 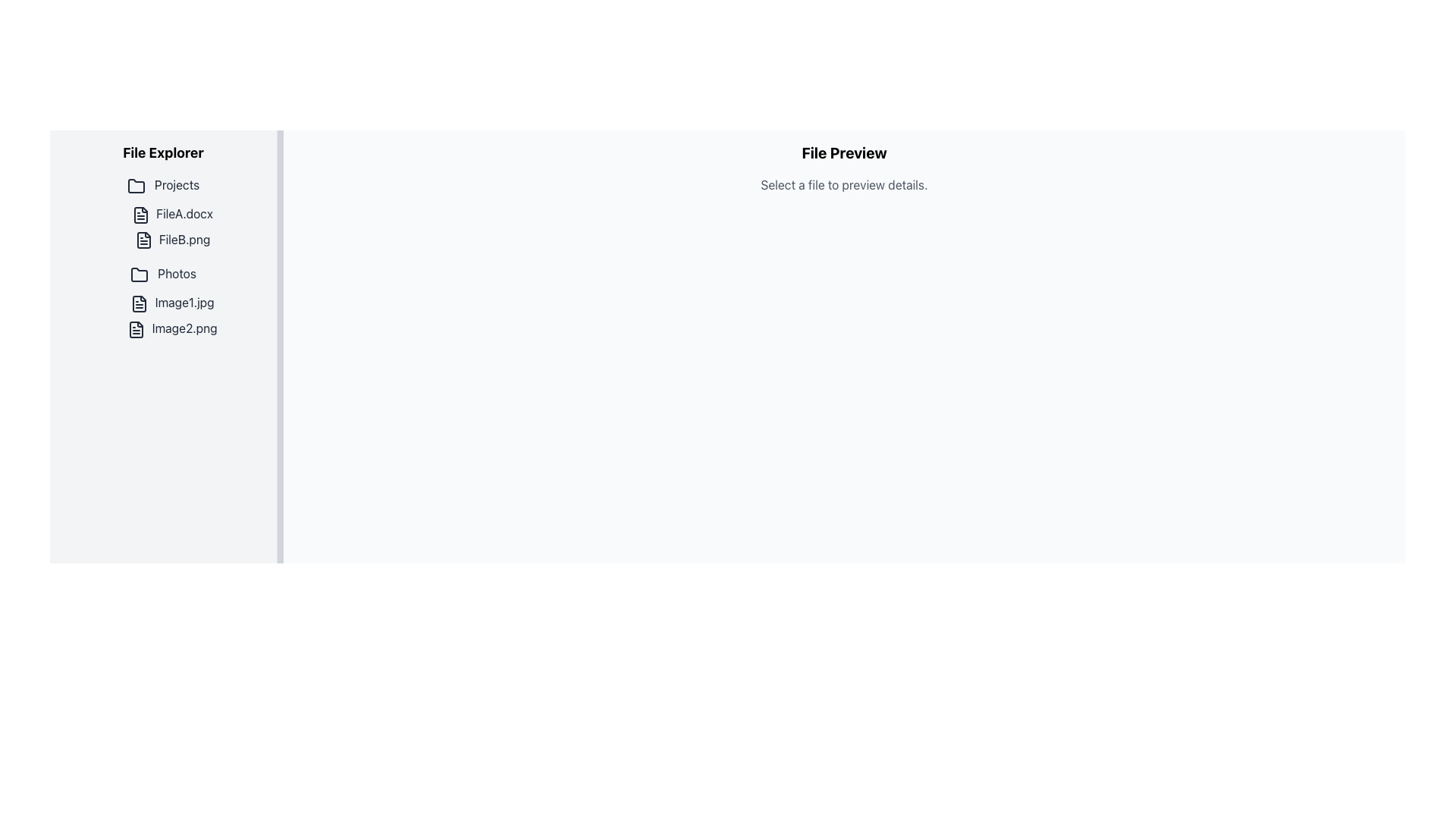 What do you see at coordinates (136, 185) in the screenshot?
I see `the 'Projects' folder icon in the left-hand panel of the file explorer` at bounding box center [136, 185].